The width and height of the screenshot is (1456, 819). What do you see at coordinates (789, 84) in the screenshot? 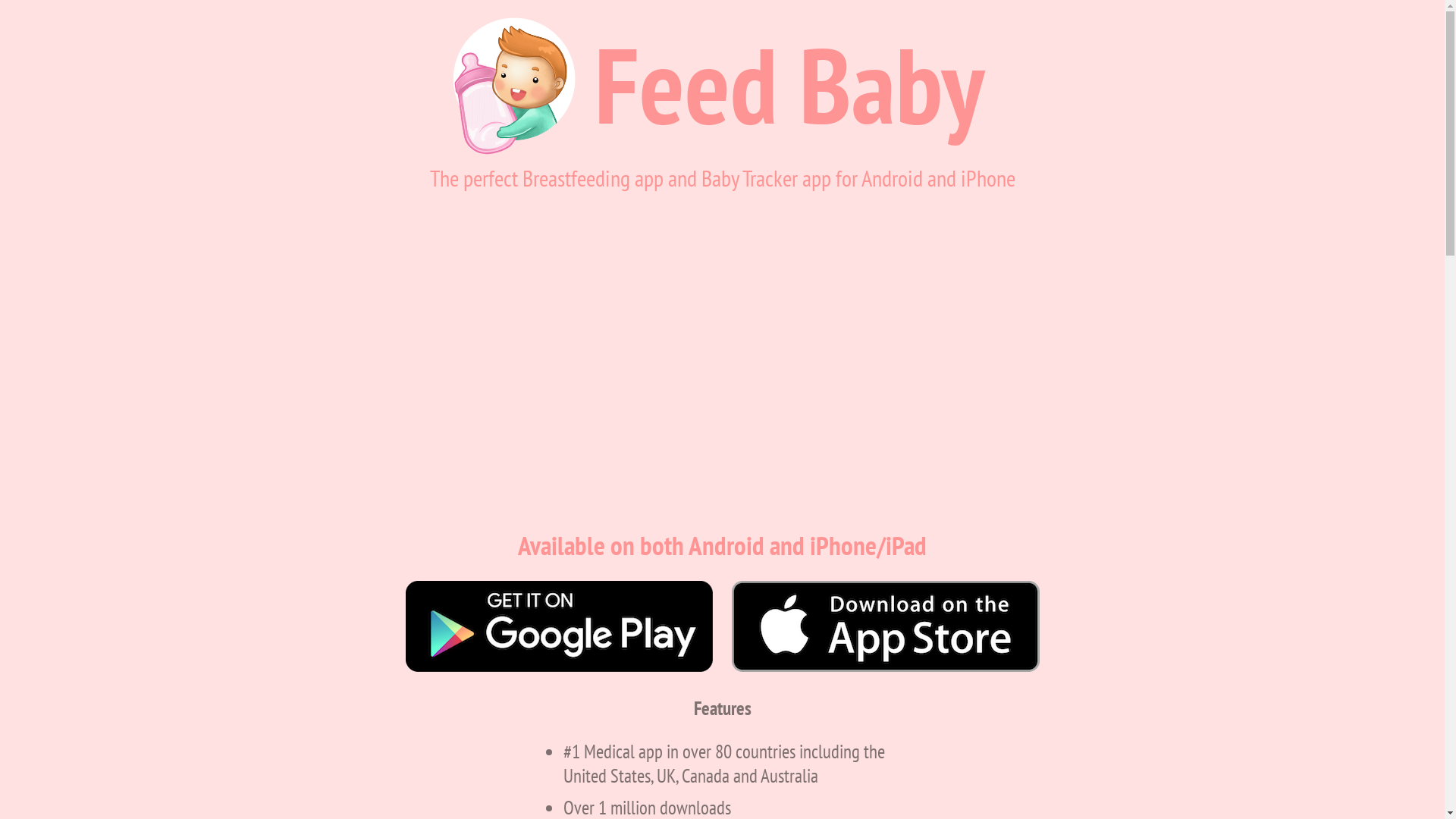
I see `'Feed Baby'` at bounding box center [789, 84].